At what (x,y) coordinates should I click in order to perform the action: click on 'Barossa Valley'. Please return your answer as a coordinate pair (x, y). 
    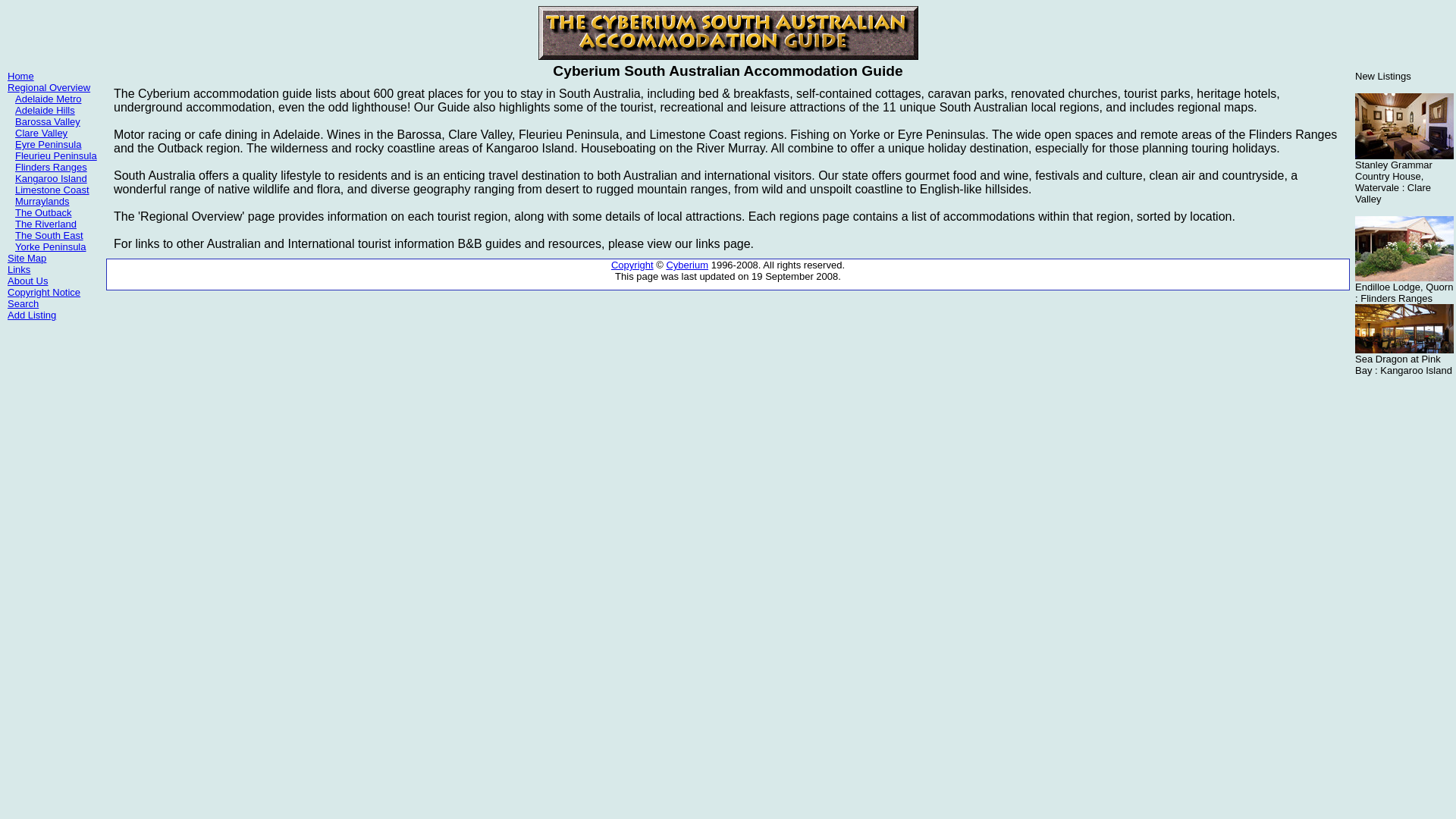
    Looking at the image, I should click on (47, 121).